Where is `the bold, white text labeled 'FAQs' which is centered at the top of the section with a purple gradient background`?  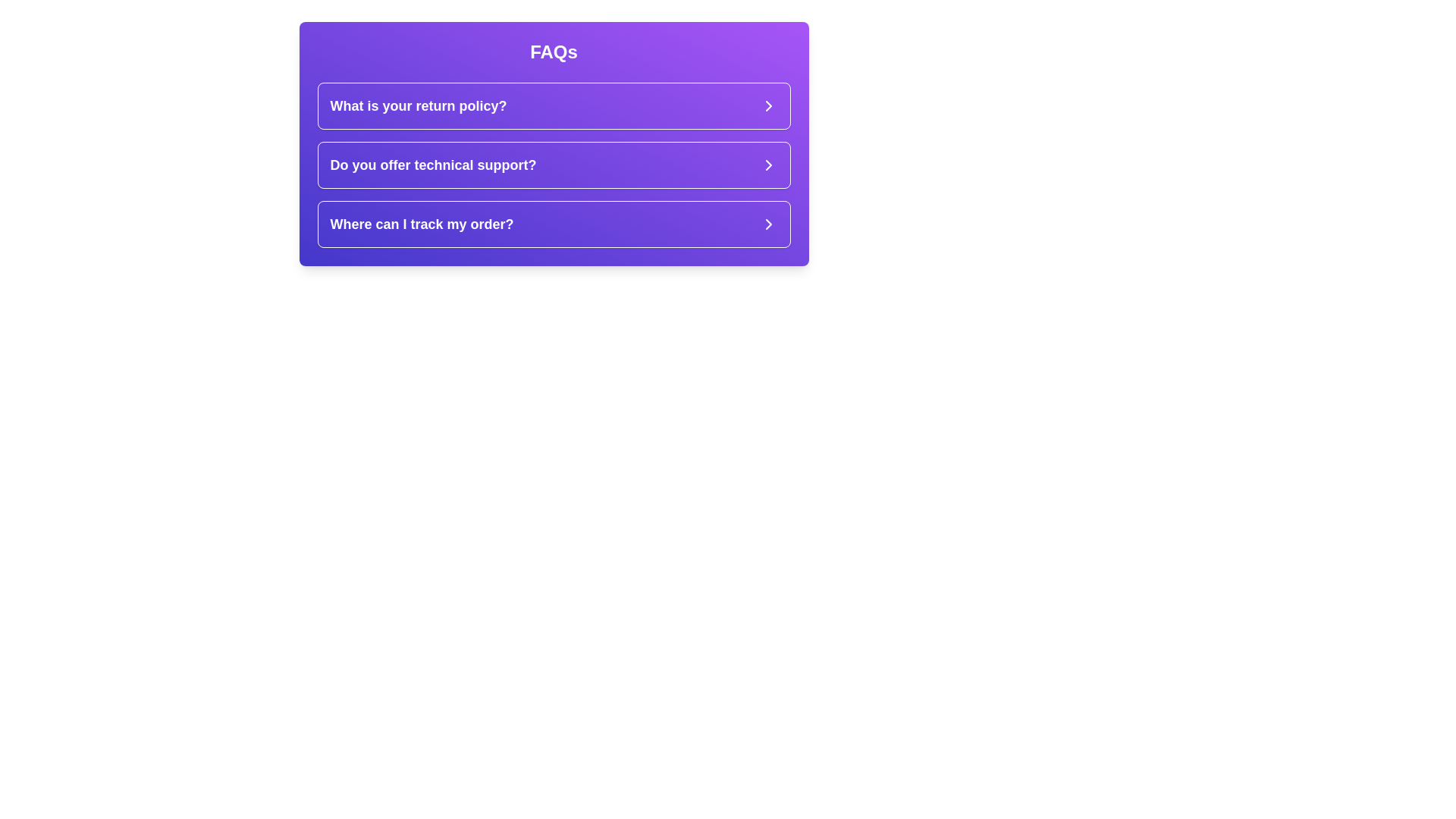
the bold, white text labeled 'FAQs' which is centered at the top of the section with a purple gradient background is located at coordinates (553, 52).